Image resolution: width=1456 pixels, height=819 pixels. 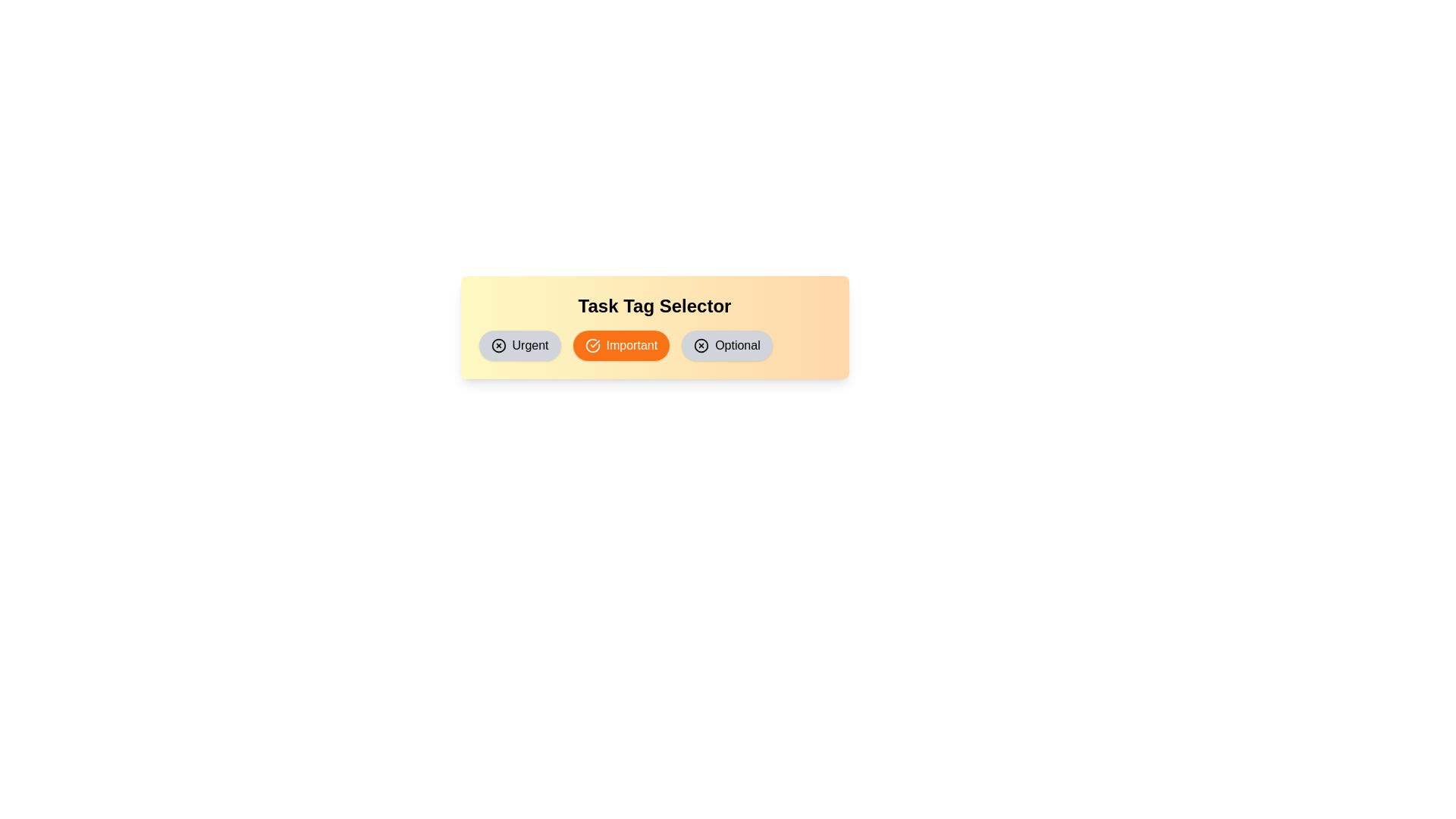 What do you see at coordinates (726, 345) in the screenshot?
I see `the tag labeled Optional` at bounding box center [726, 345].